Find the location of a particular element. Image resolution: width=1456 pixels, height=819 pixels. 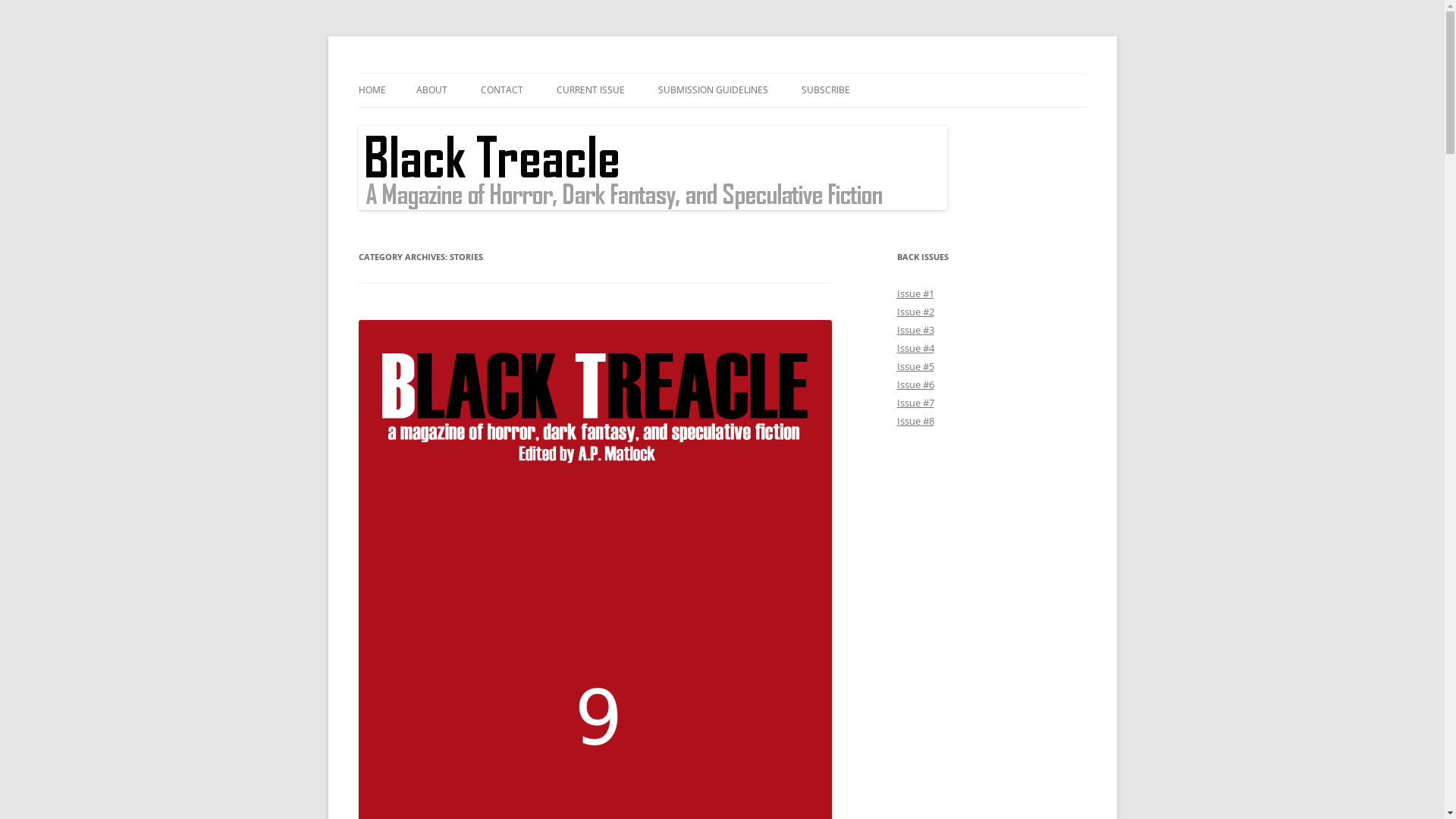

'HOME' is located at coordinates (371, 90).